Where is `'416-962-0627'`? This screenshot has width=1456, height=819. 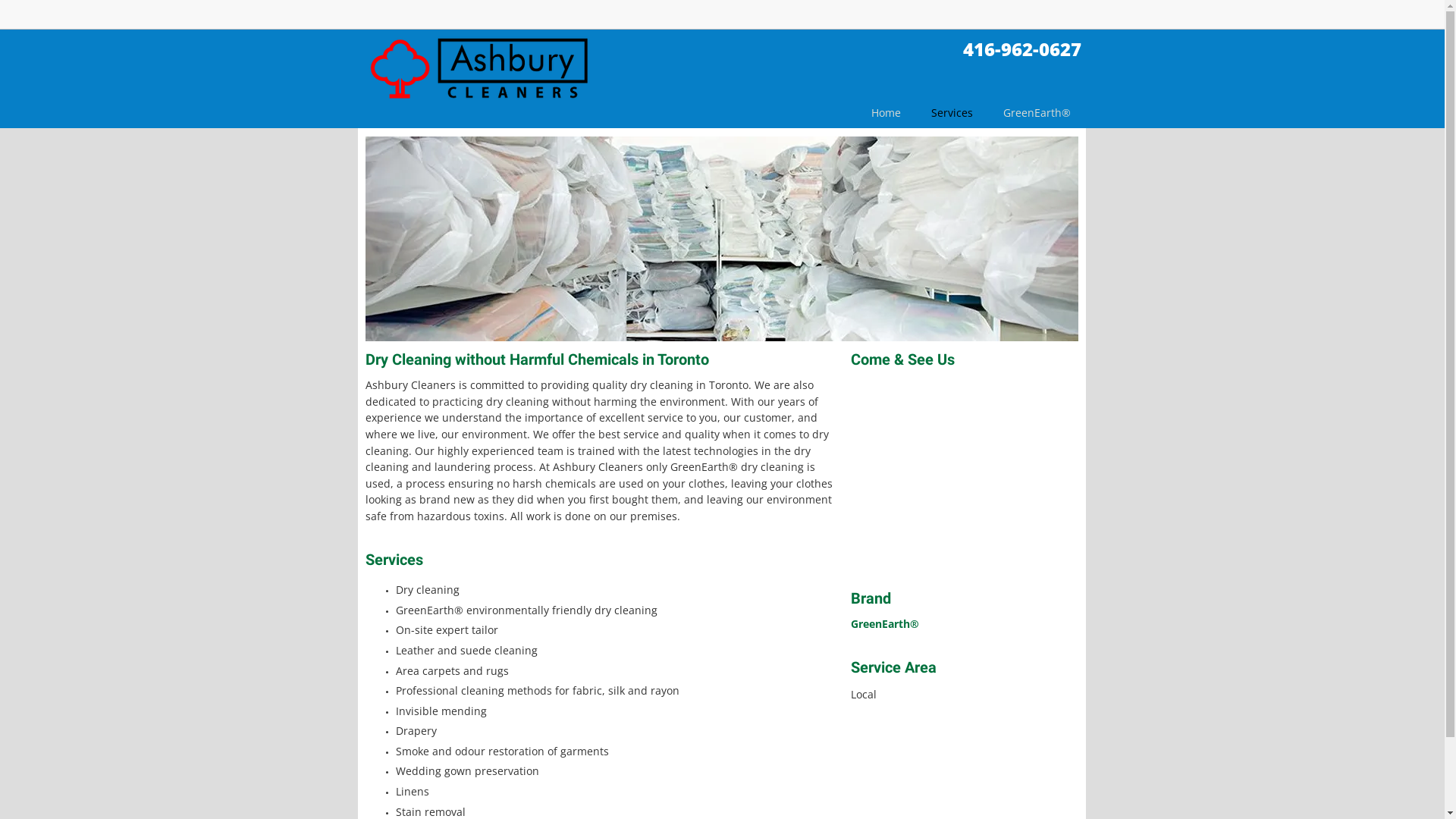
'416-962-0627' is located at coordinates (1022, 48).